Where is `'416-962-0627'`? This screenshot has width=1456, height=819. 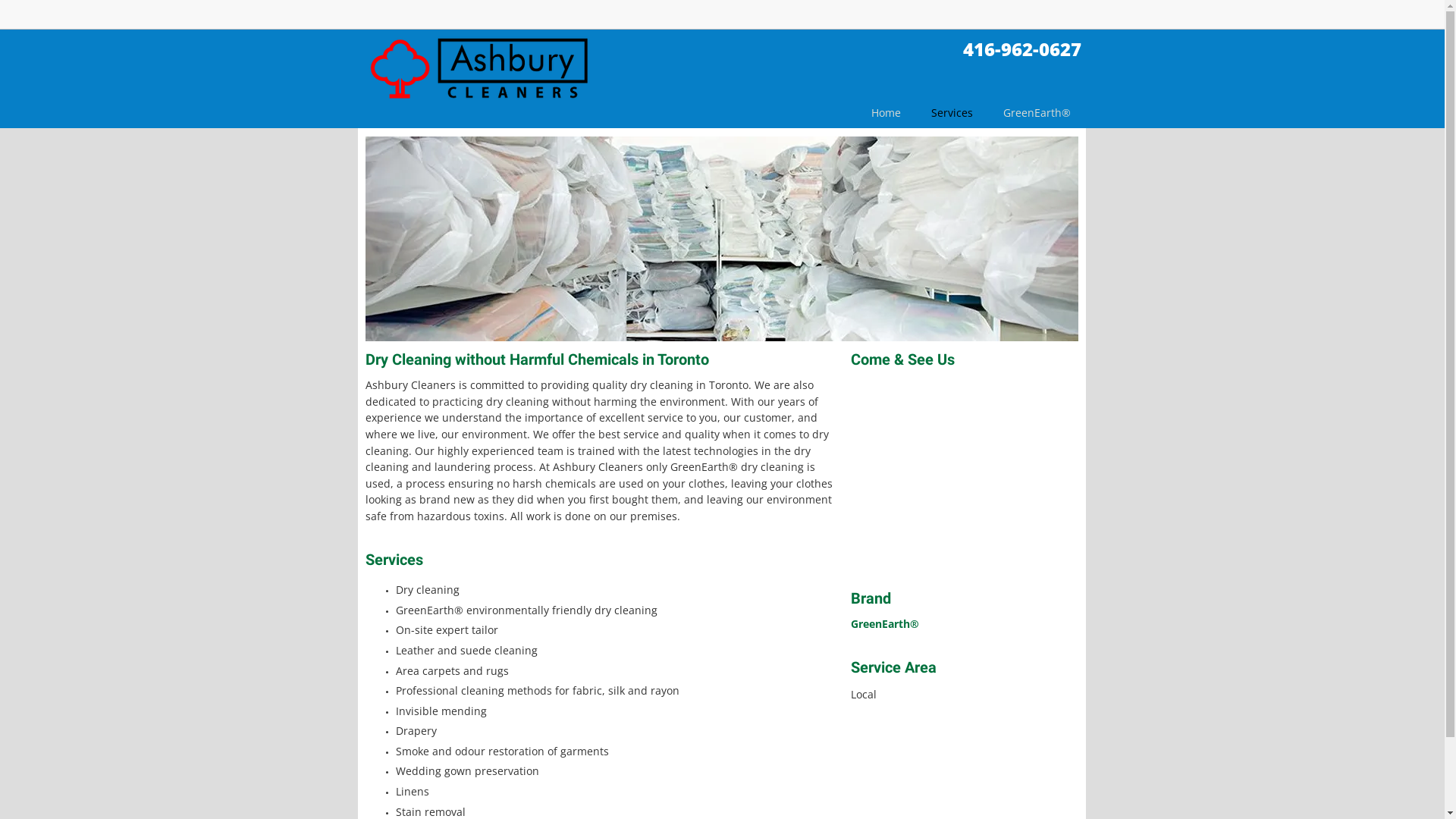
'416-962-0627' is located at coordinates (1022, 48).